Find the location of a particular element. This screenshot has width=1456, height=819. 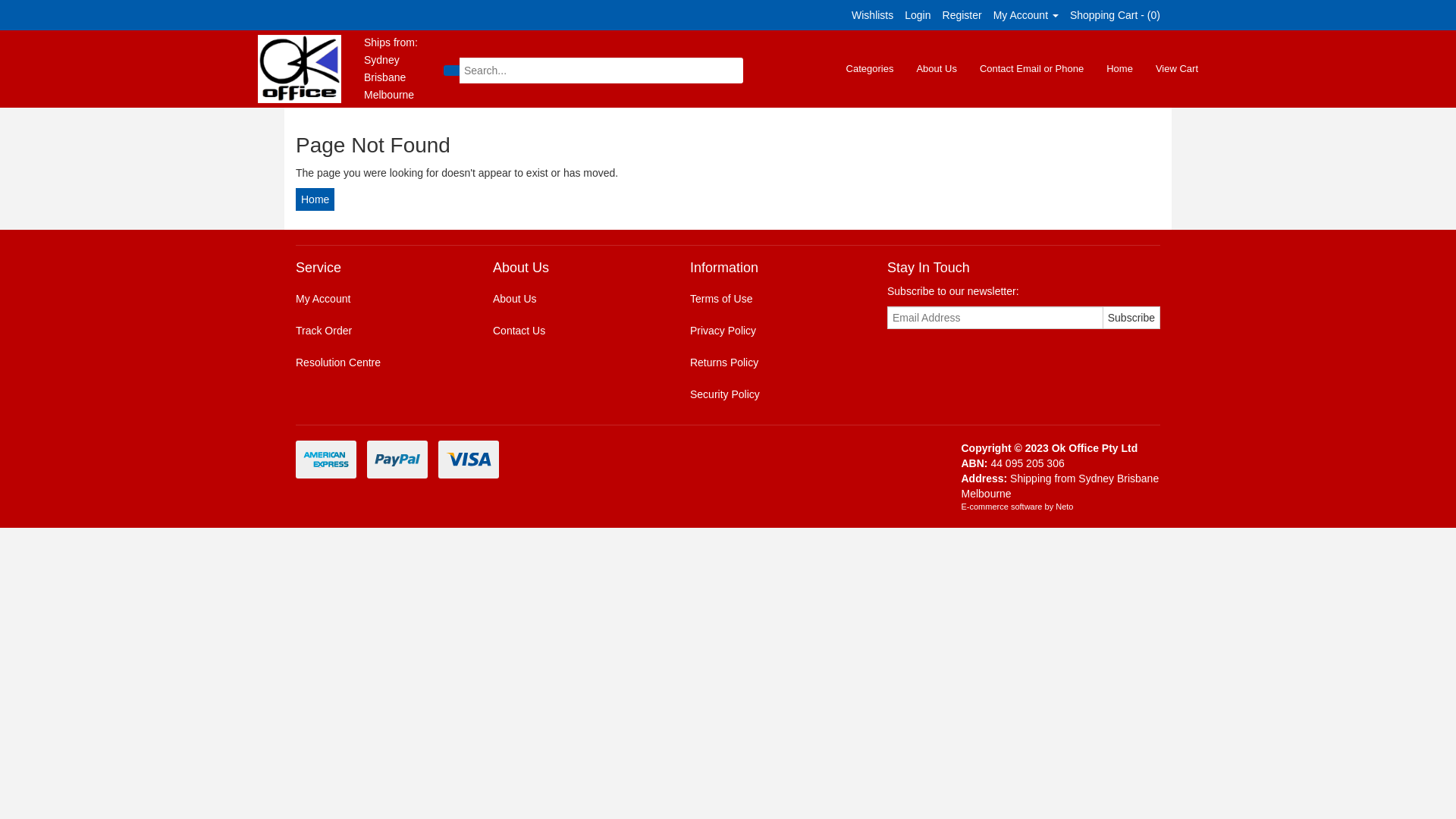

'Register' is located at coordinates (961, 14).